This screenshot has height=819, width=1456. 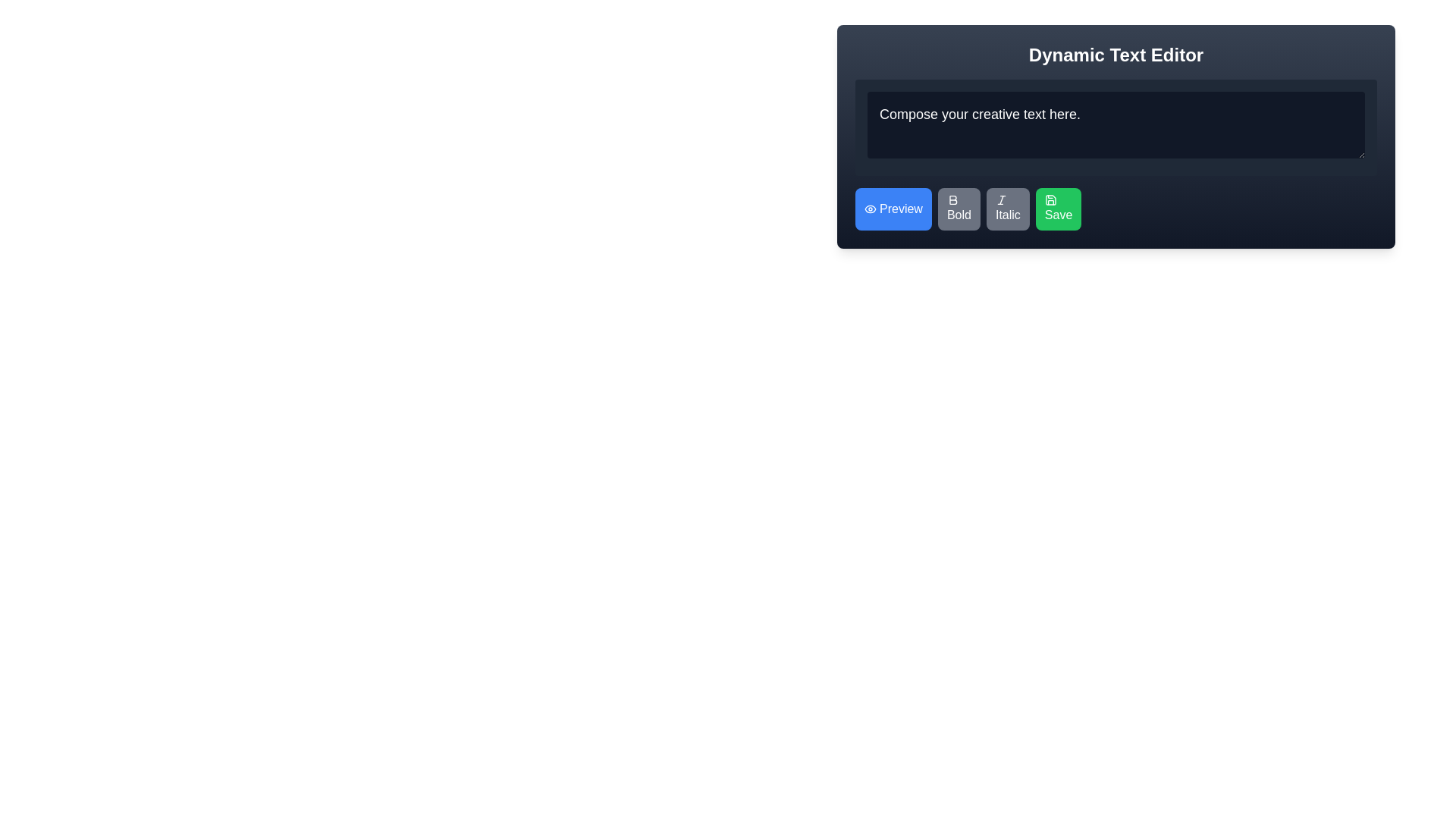 What do you see at coordinates (1001, 199) in the screenshot?
I see `the italic icon located at the center of the 'Italic' button in the toolbar, which visually indicates the italic functionality` at bounding box center [1001, 199].